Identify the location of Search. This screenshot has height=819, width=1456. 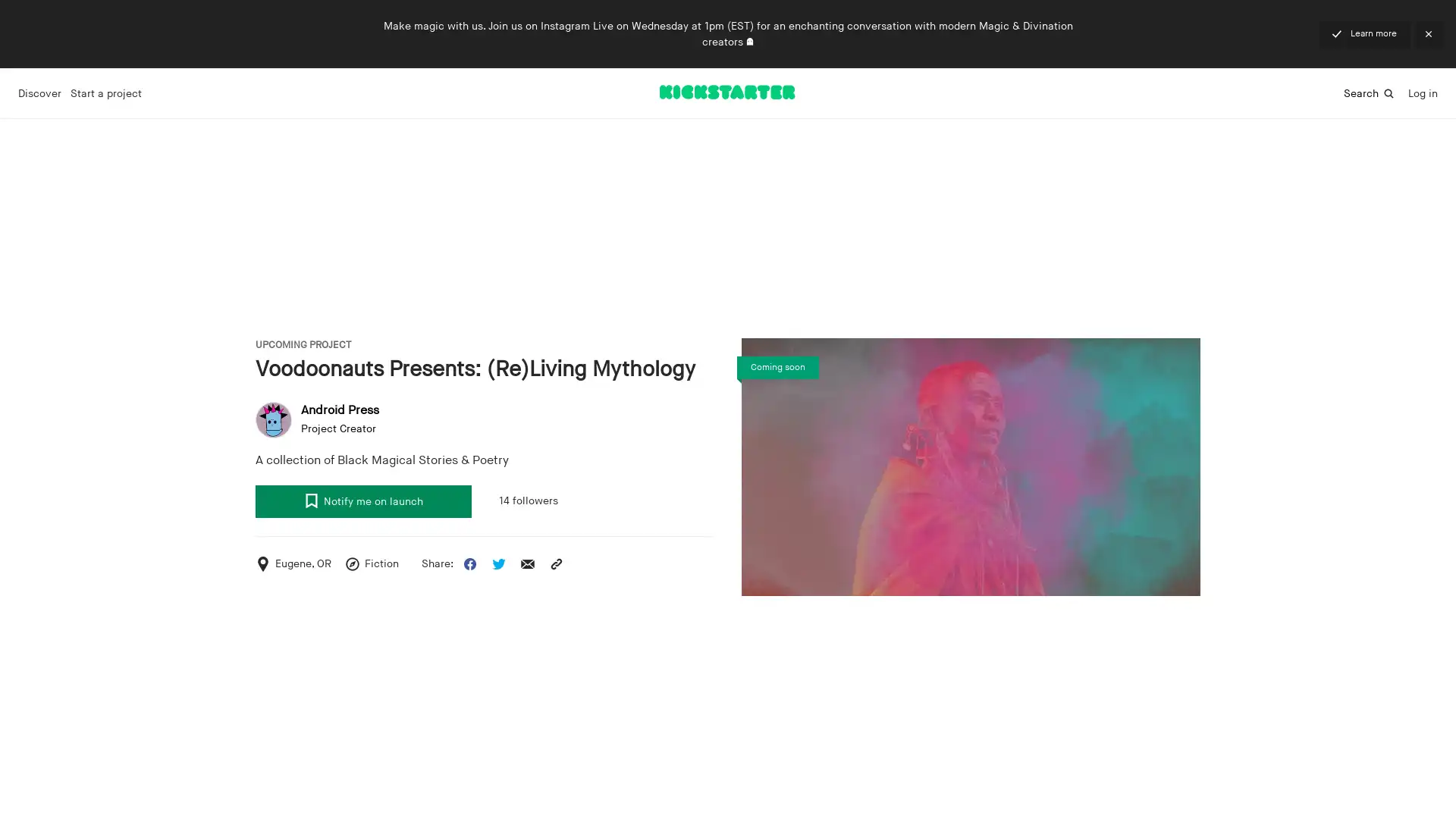
(1369, 93).